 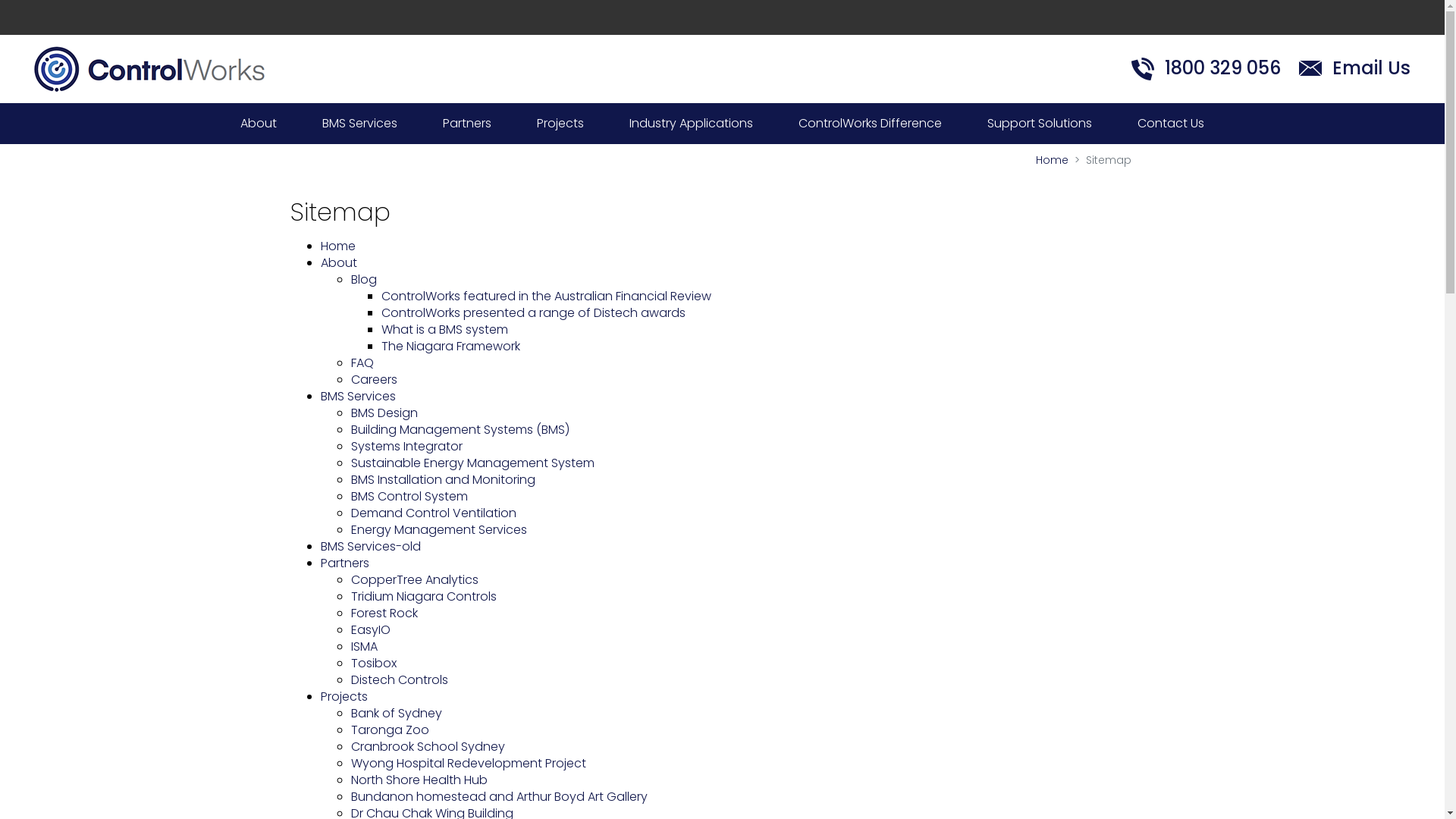 I want to click on 'Tridium Niagara Controls', so click(x=422, y=595).